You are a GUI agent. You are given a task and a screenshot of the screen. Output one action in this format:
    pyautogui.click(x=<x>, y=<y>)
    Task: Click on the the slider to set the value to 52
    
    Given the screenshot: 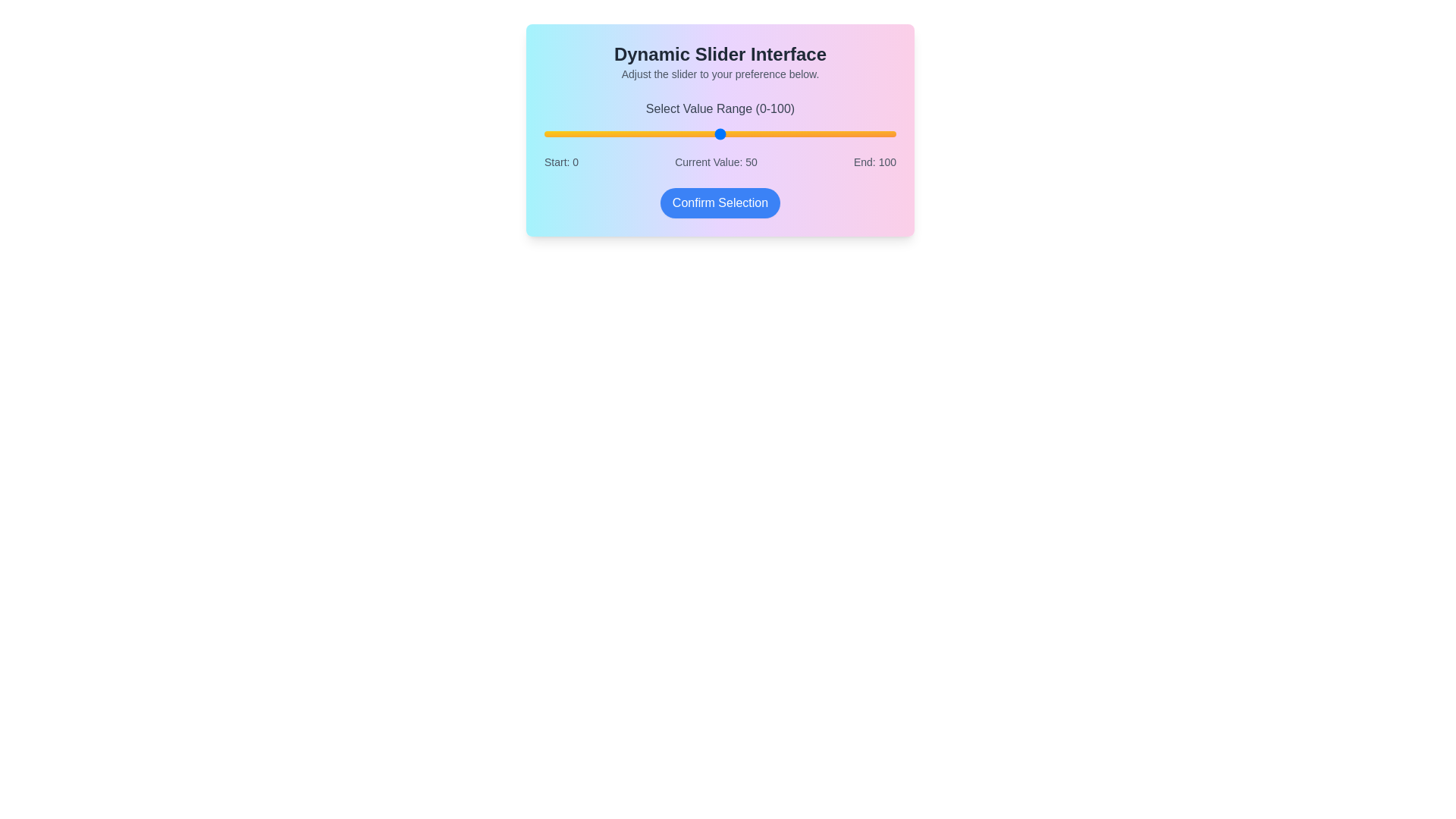 What is the action you would take?
    pyautogui.click(x=726, y=133)
    